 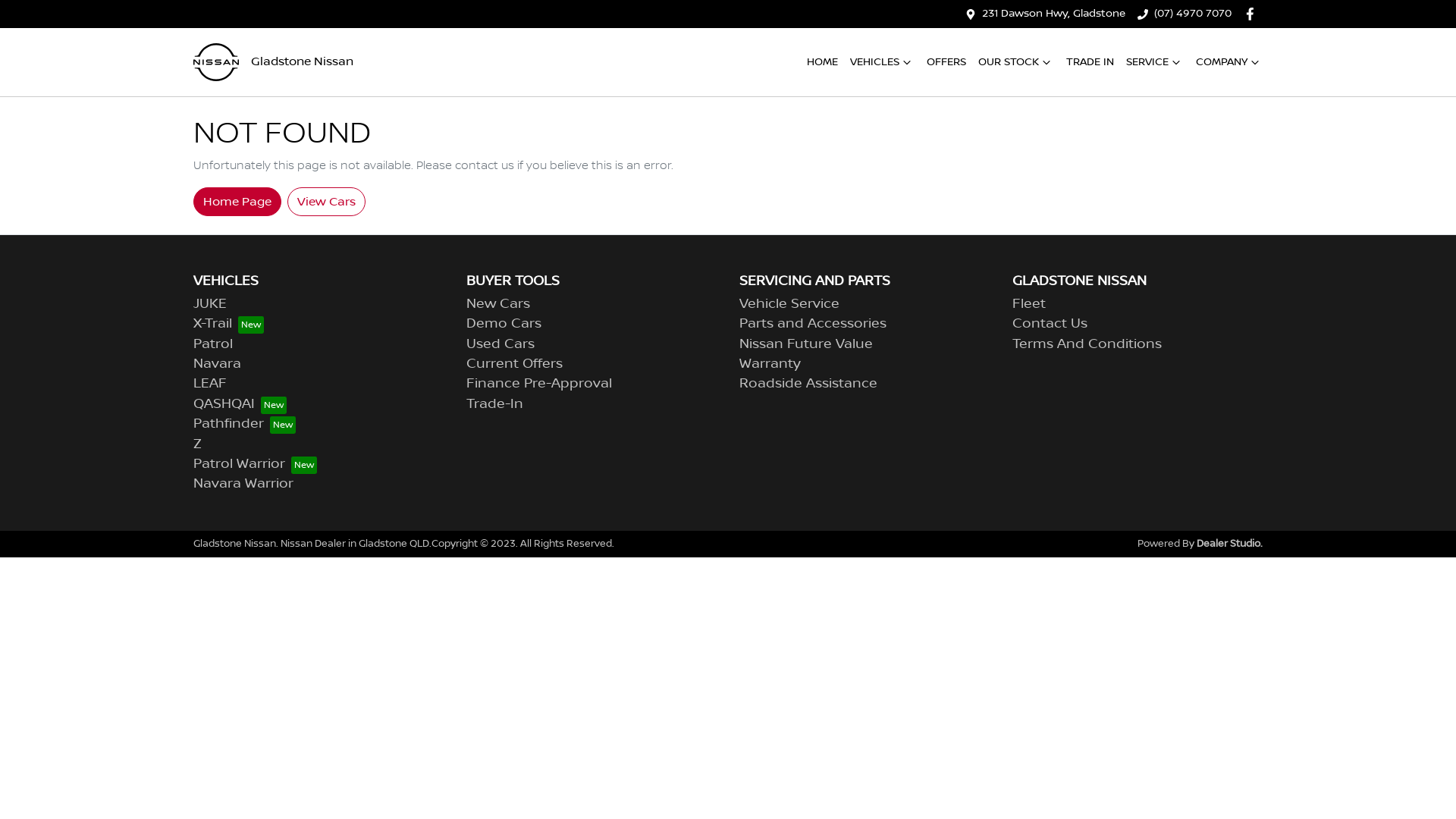 What do you see at coordinates (807, 382) in the screenshot?
I see `'Roadside Assistance'` at bounding box center [807, 382].